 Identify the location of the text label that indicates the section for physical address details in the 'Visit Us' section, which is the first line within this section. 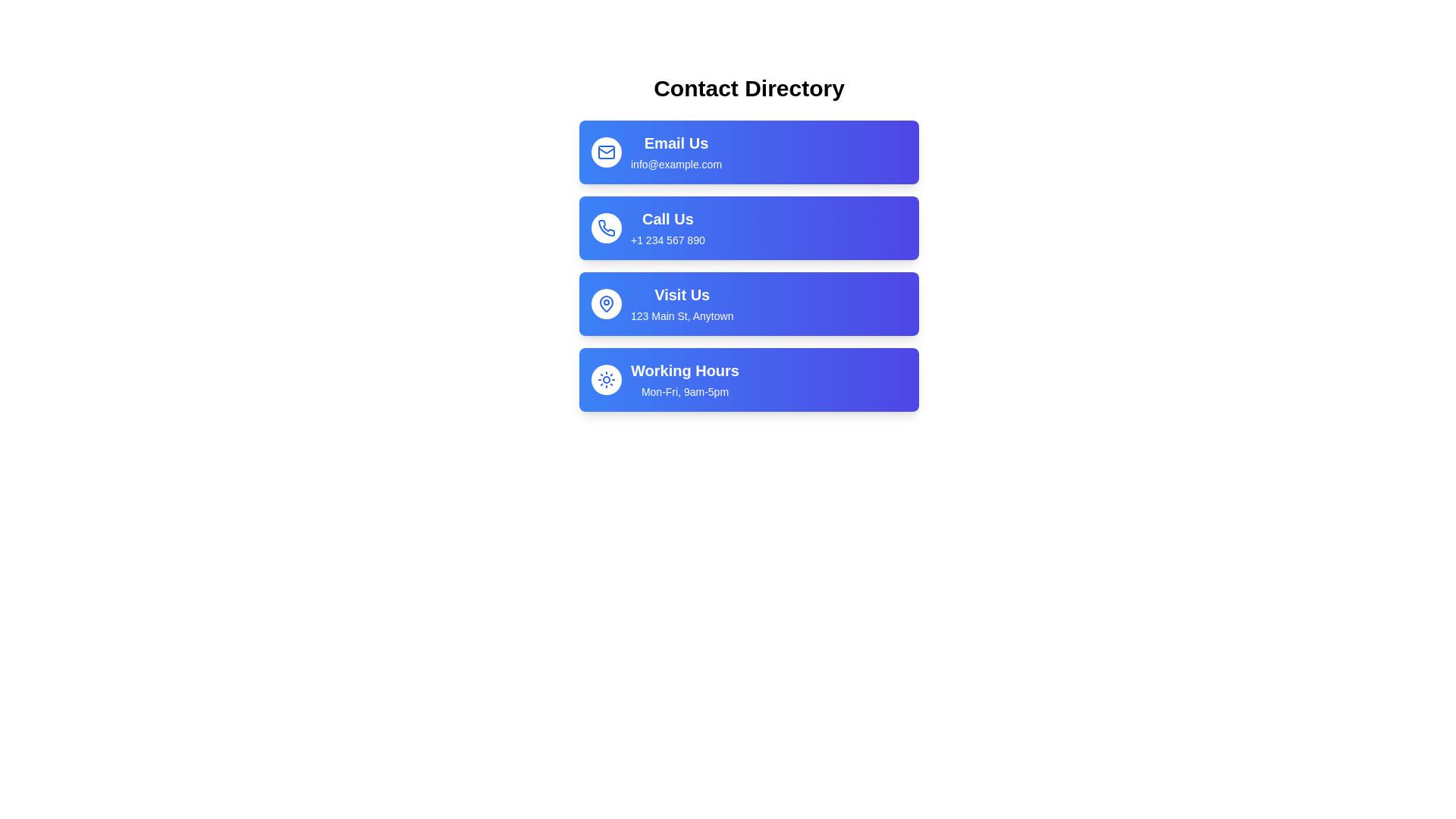
(681, 295).